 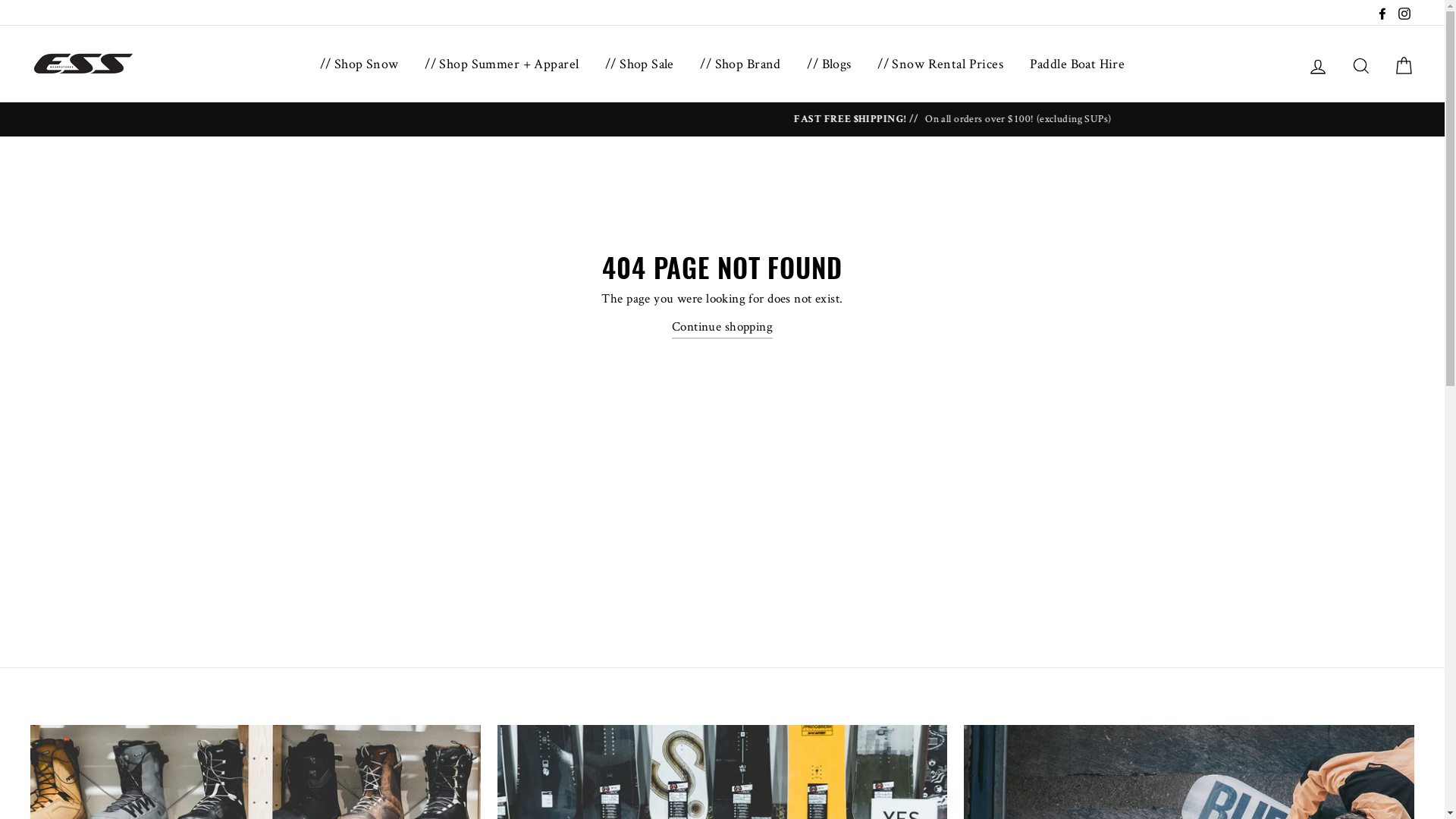 I want to click on 'Skip to content', so click(x=0, y=0).